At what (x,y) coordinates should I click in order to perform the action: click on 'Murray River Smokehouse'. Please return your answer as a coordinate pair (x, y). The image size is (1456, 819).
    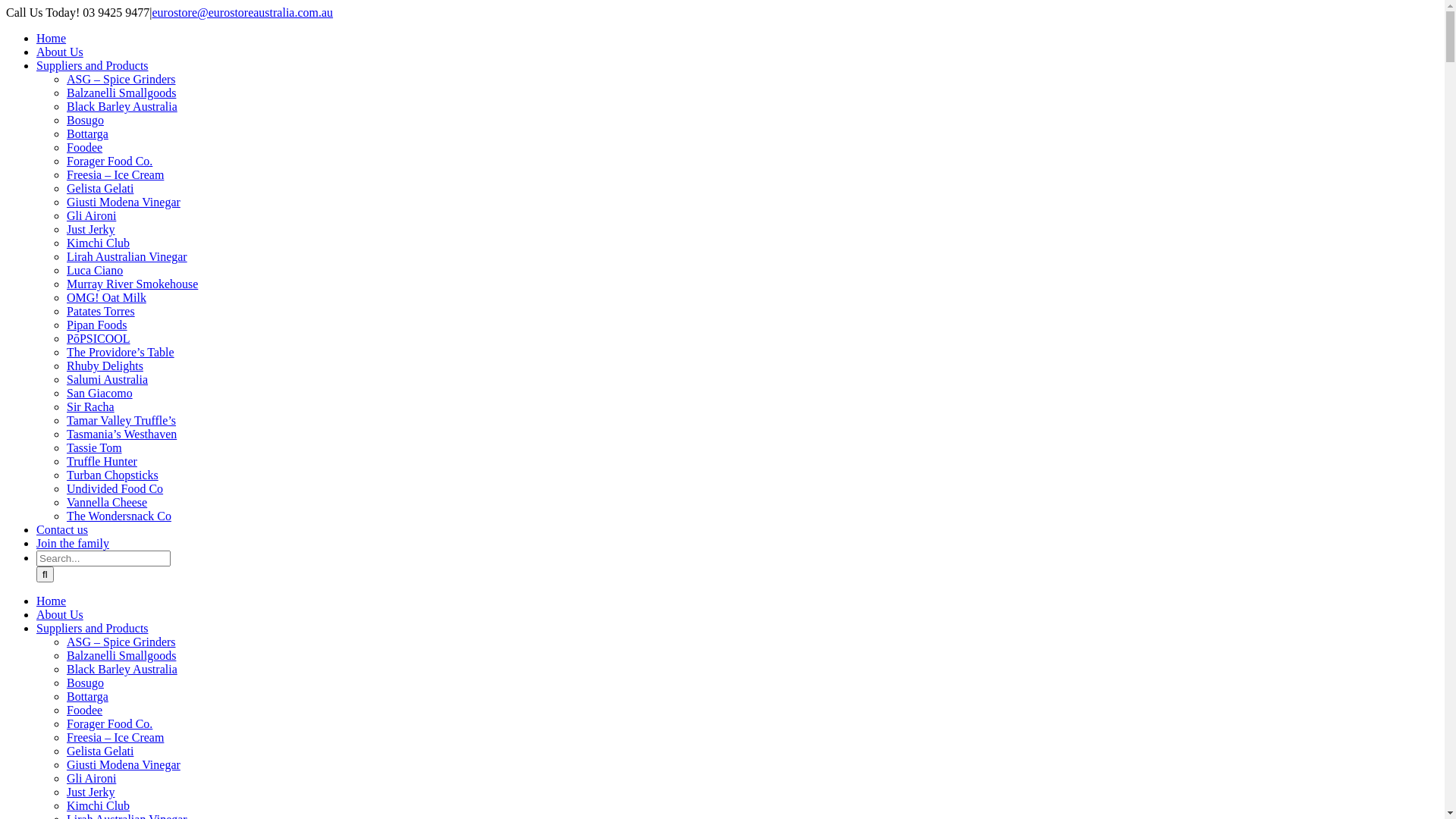
    Looking at the image, I should click on (65, 284).